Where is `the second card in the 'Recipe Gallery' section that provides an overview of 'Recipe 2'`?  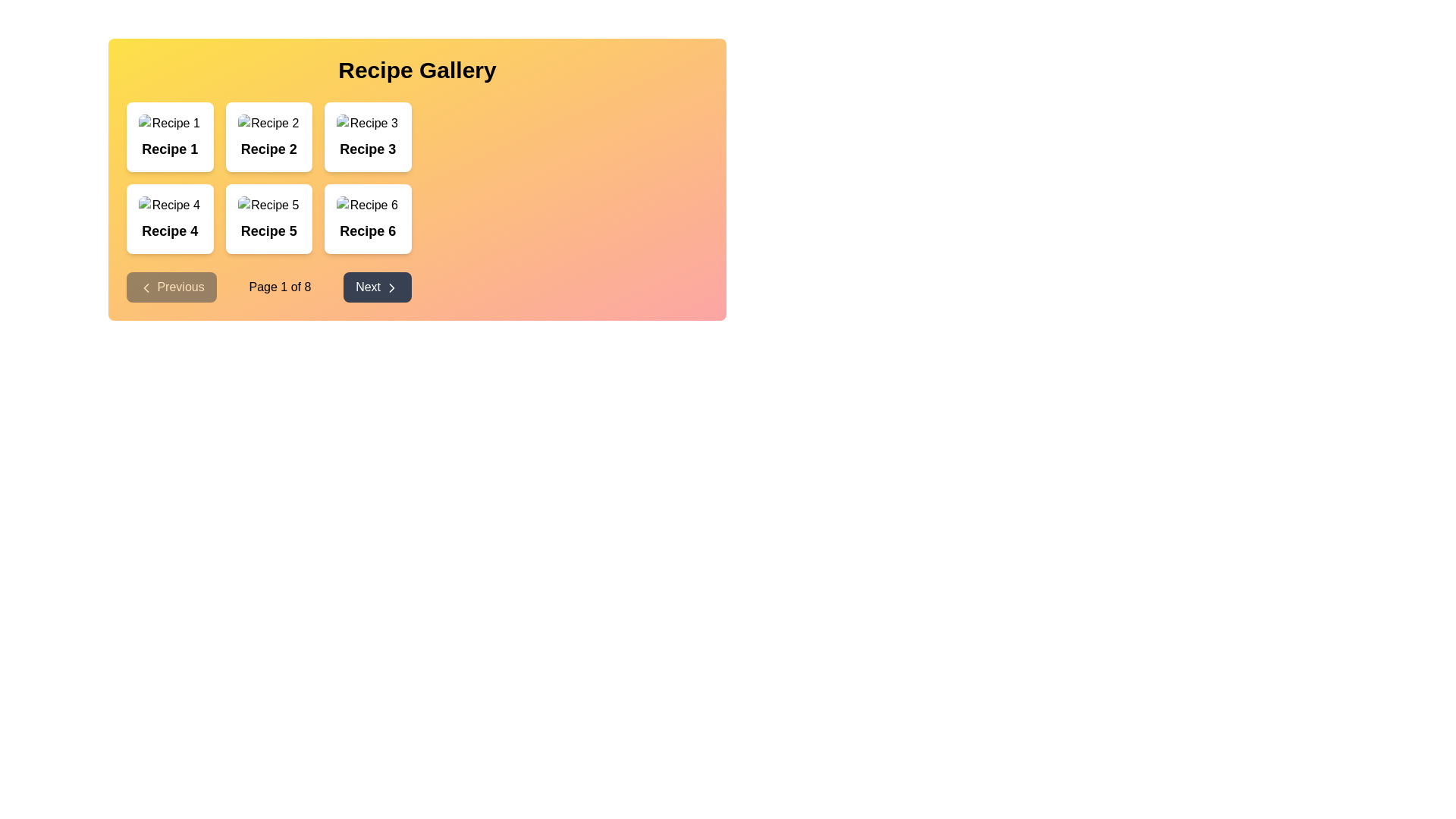
the second card in the 'Recipe Gallery' section that provides an overview of 'Recipe 2' is located at coordinates (268, 137).